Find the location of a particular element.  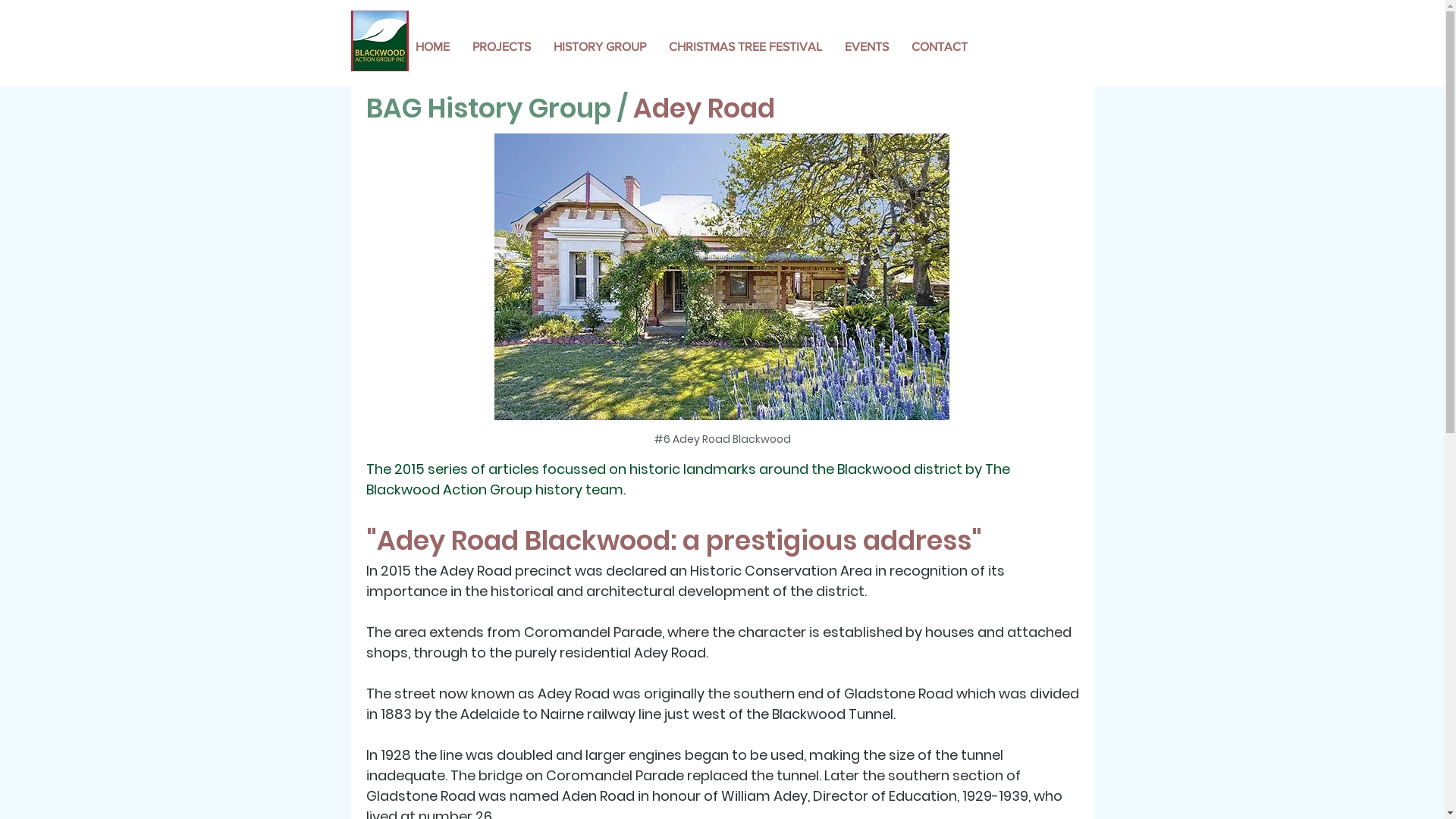

'BAGLogo.jpg' is located at coordinates (378, 40).